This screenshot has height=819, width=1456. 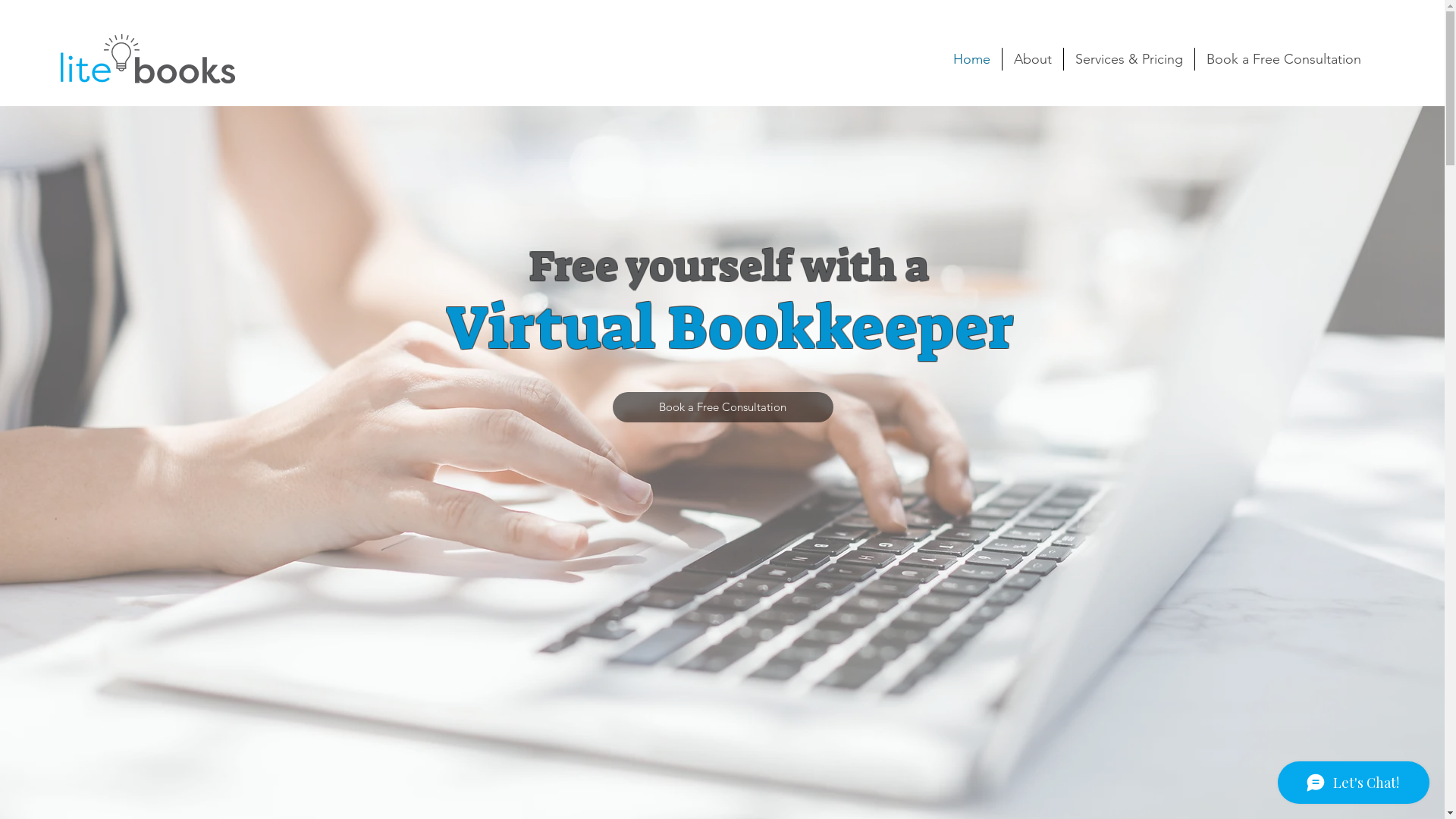 I want to click on 'About', so click(x=1032, y=58).